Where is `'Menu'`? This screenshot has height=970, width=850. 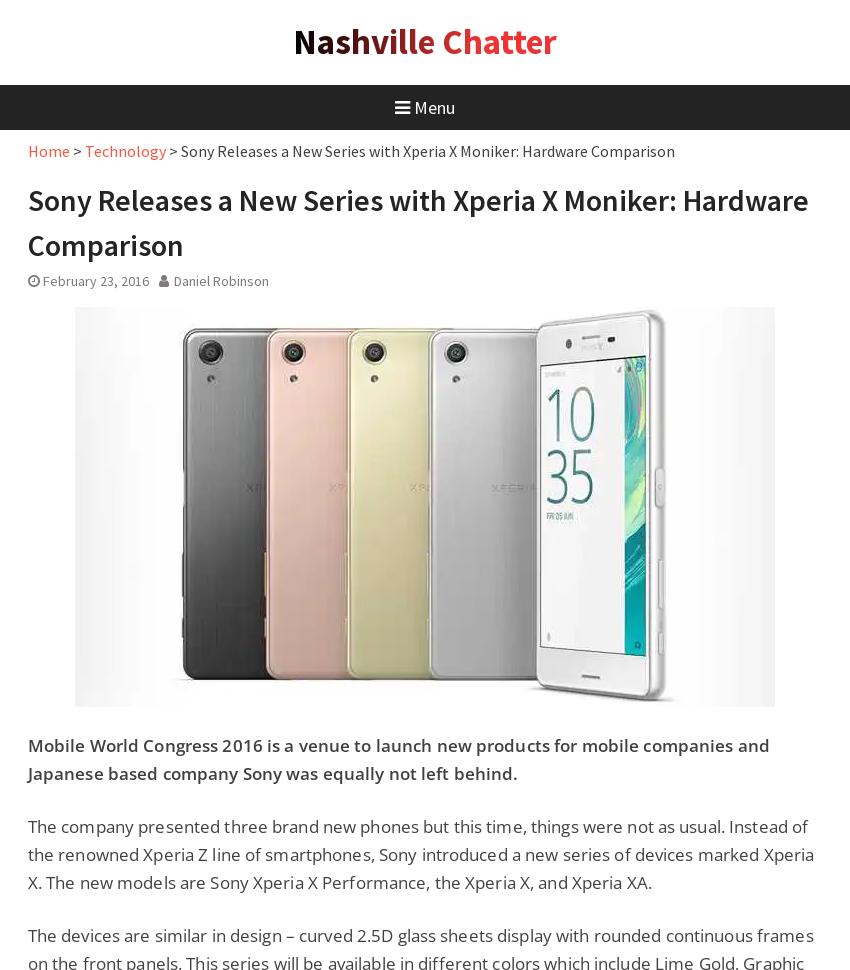
'Menu' is located at coordinates (433, 107).